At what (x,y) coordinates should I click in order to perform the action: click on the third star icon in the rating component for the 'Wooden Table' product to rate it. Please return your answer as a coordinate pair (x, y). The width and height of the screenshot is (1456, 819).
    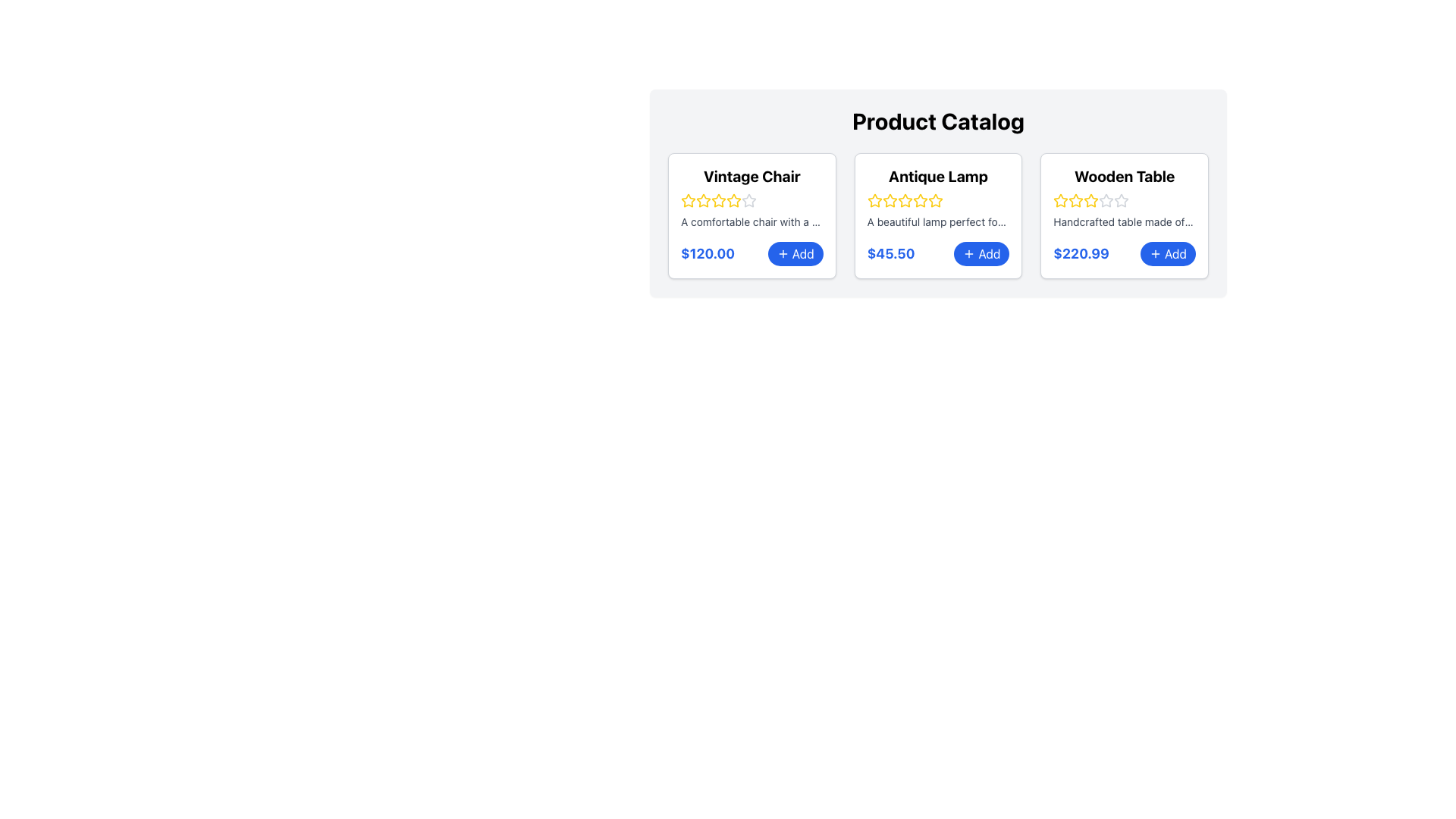
    Looking at the image, I should click on (1090, 199).